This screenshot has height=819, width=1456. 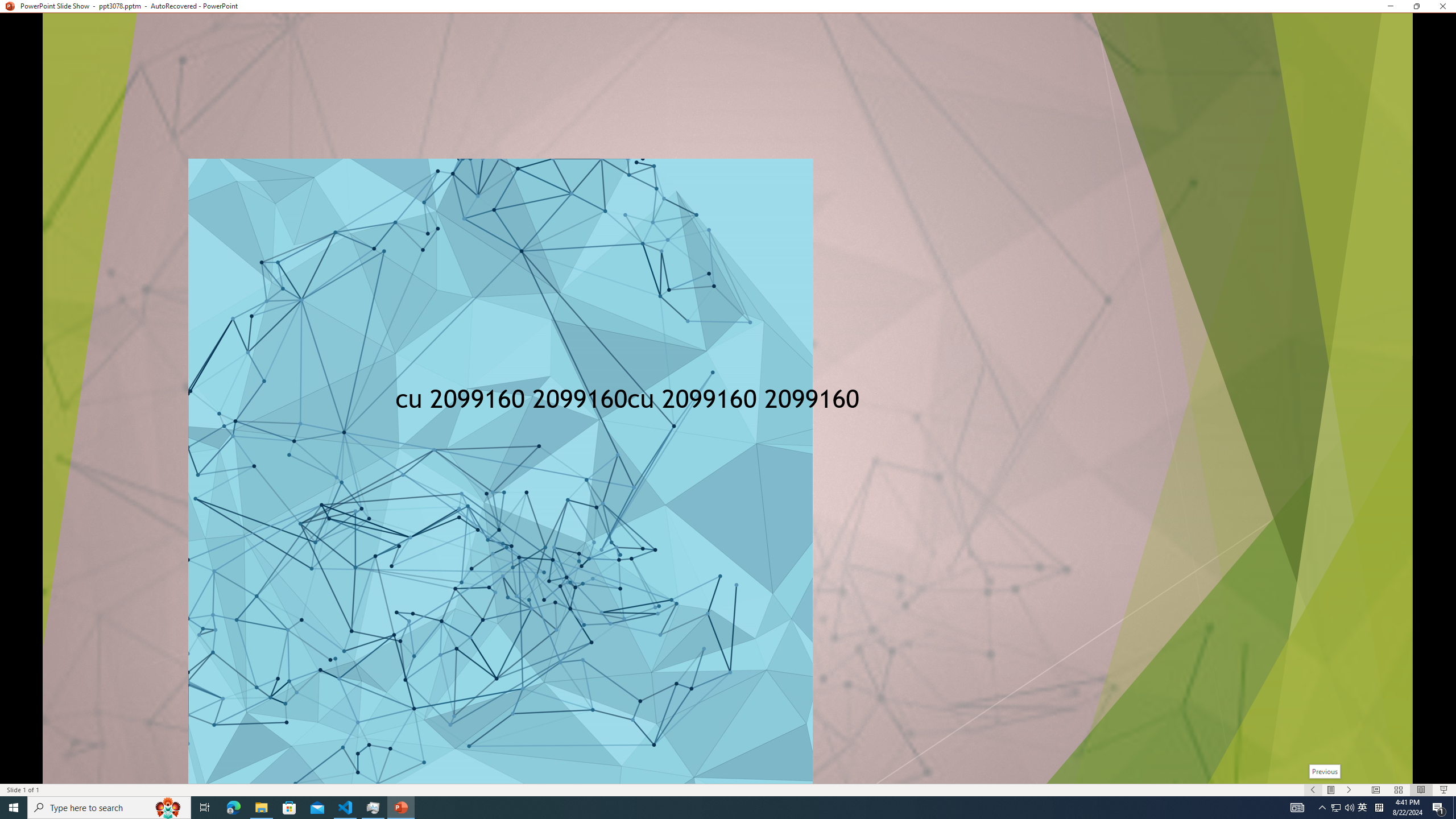 What do you see at coordinates (1349, 790) in the screenshot?
I see `'Slide Show Next On'` at bounding box center [1349, 790].